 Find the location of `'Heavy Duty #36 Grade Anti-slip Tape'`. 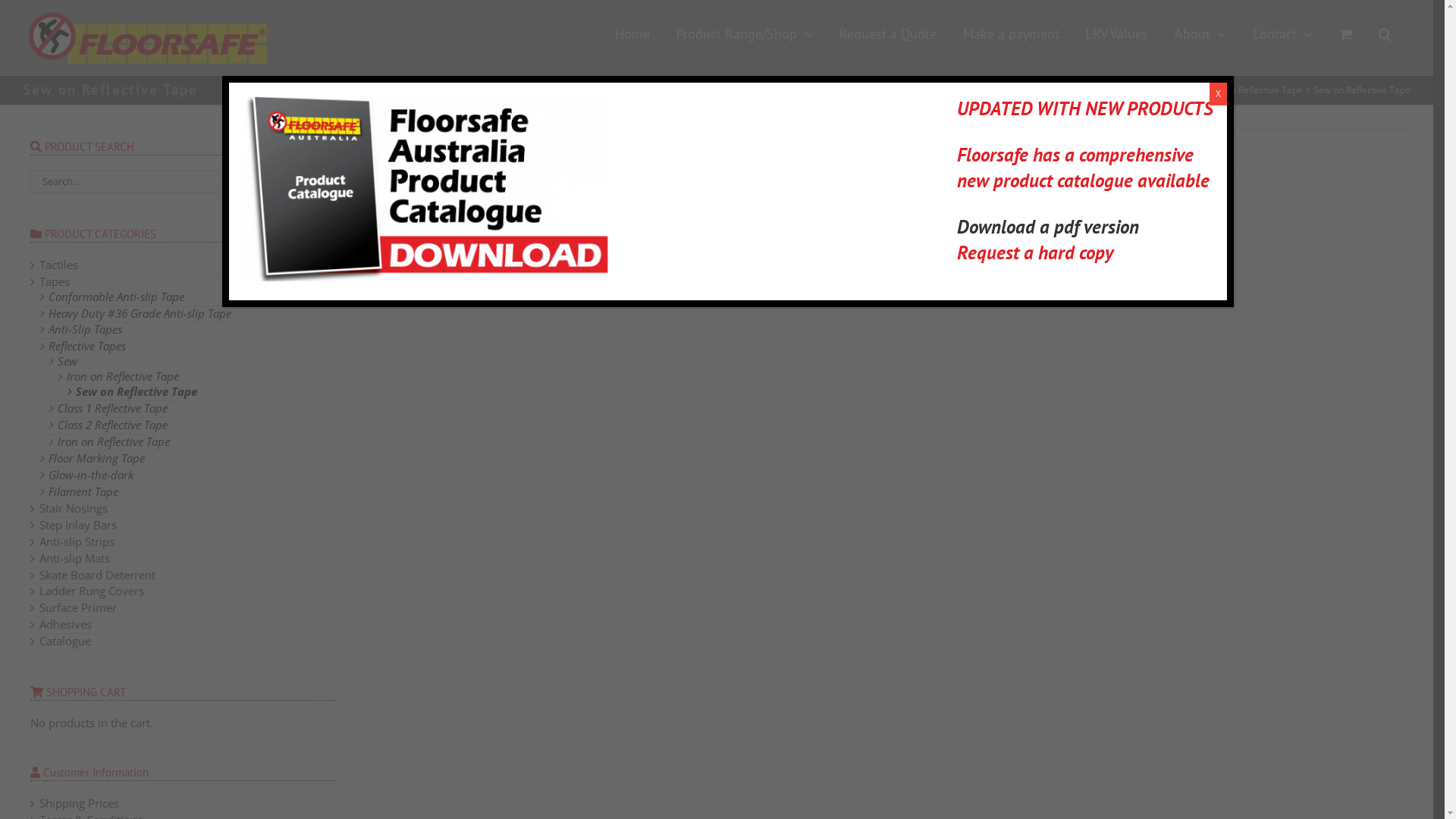

'Heavy Duty #36 Grade Anti-slip Tape' is located at coordinates (140, 312).